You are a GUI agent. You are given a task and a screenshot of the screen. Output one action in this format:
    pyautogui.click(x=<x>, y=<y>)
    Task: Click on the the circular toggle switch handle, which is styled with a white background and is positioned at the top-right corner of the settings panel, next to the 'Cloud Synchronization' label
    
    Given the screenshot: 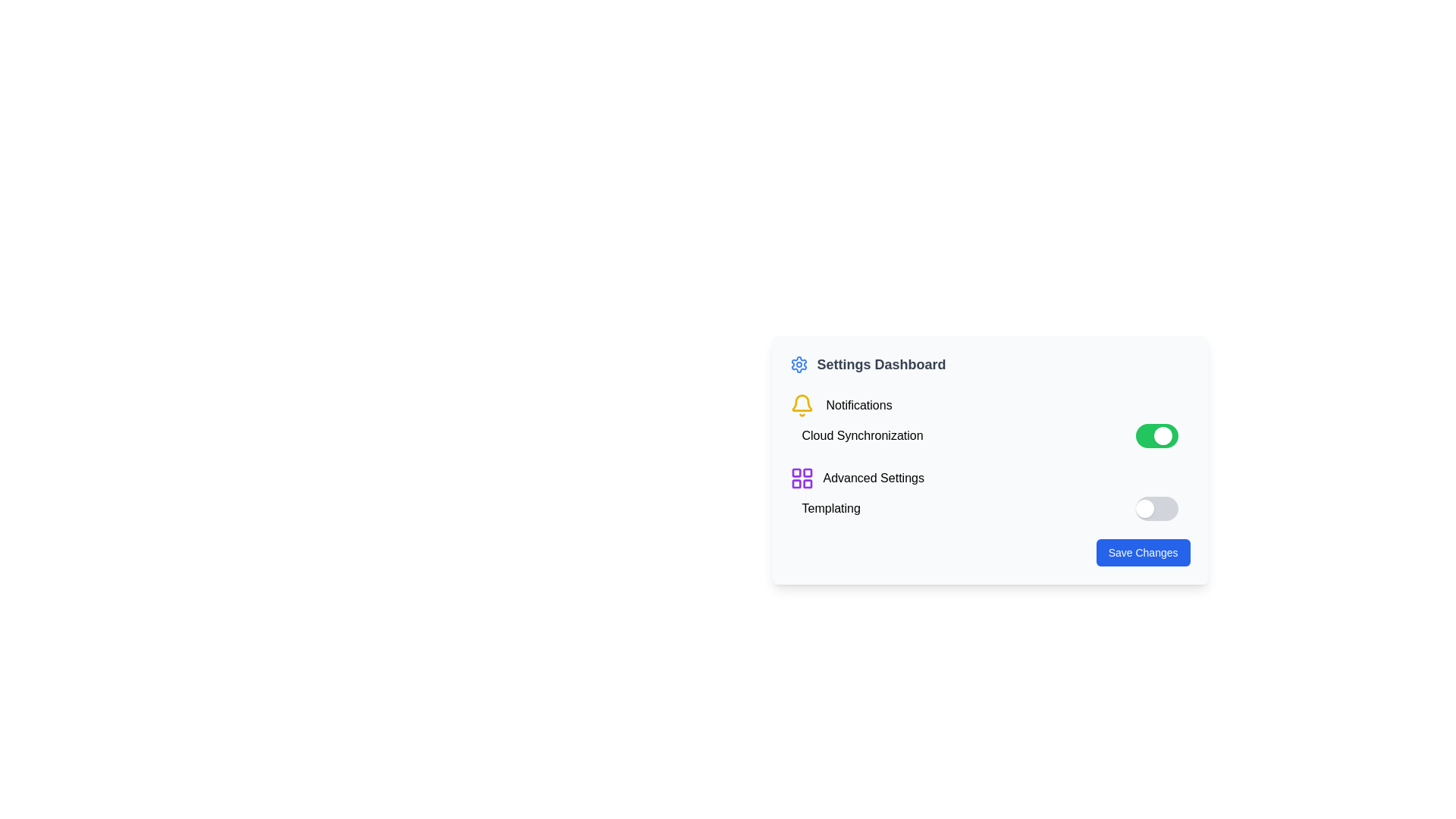 What is the action you would take?
    pyautogui.click(x=1162, y=435)
    